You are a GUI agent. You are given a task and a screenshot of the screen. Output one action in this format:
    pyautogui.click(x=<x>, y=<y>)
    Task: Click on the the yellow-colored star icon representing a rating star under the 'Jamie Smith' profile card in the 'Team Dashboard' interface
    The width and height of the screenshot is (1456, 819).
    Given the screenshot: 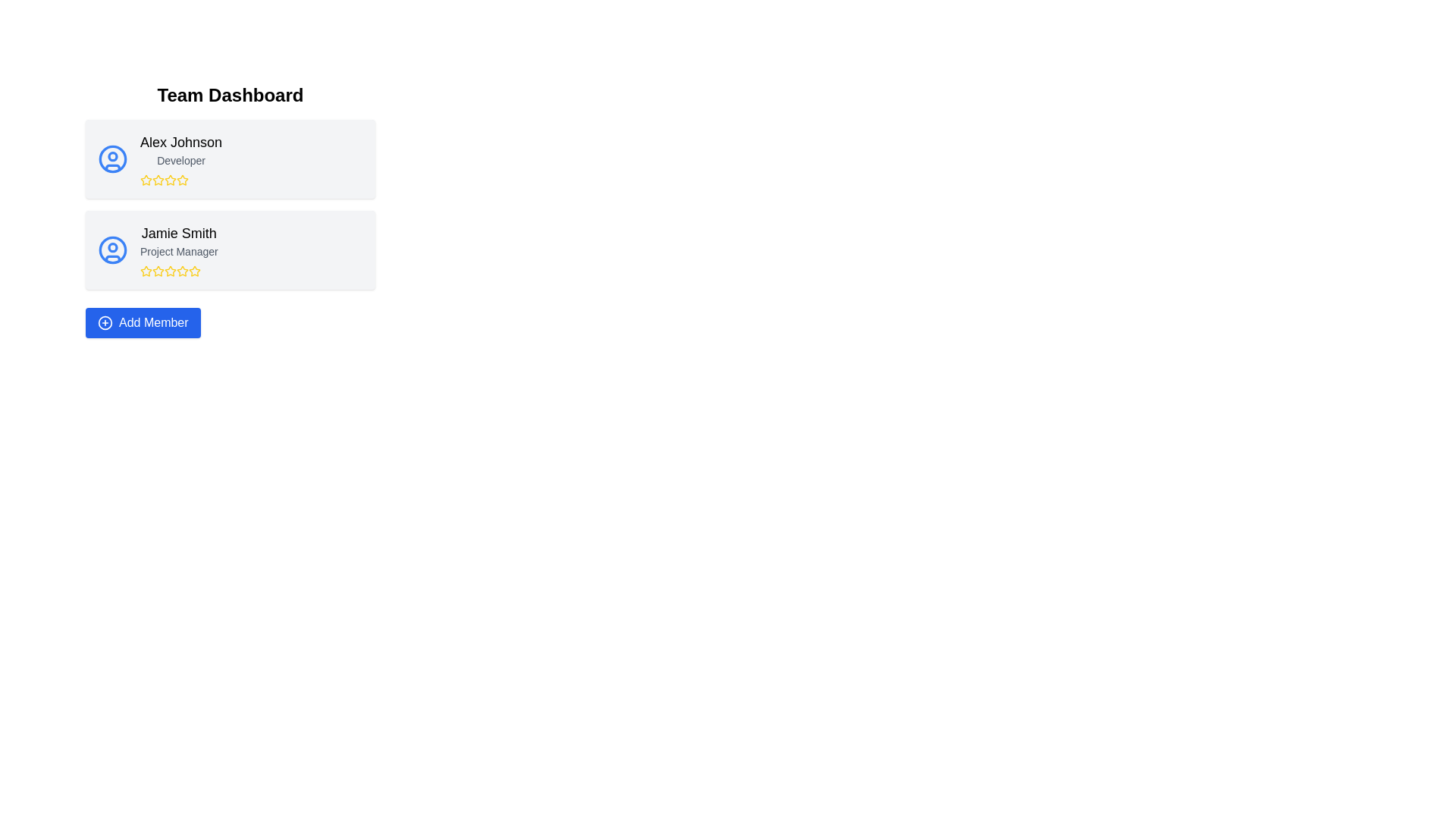 What is the action you would take?
    pyautogui.click(x=146, y=270)
    